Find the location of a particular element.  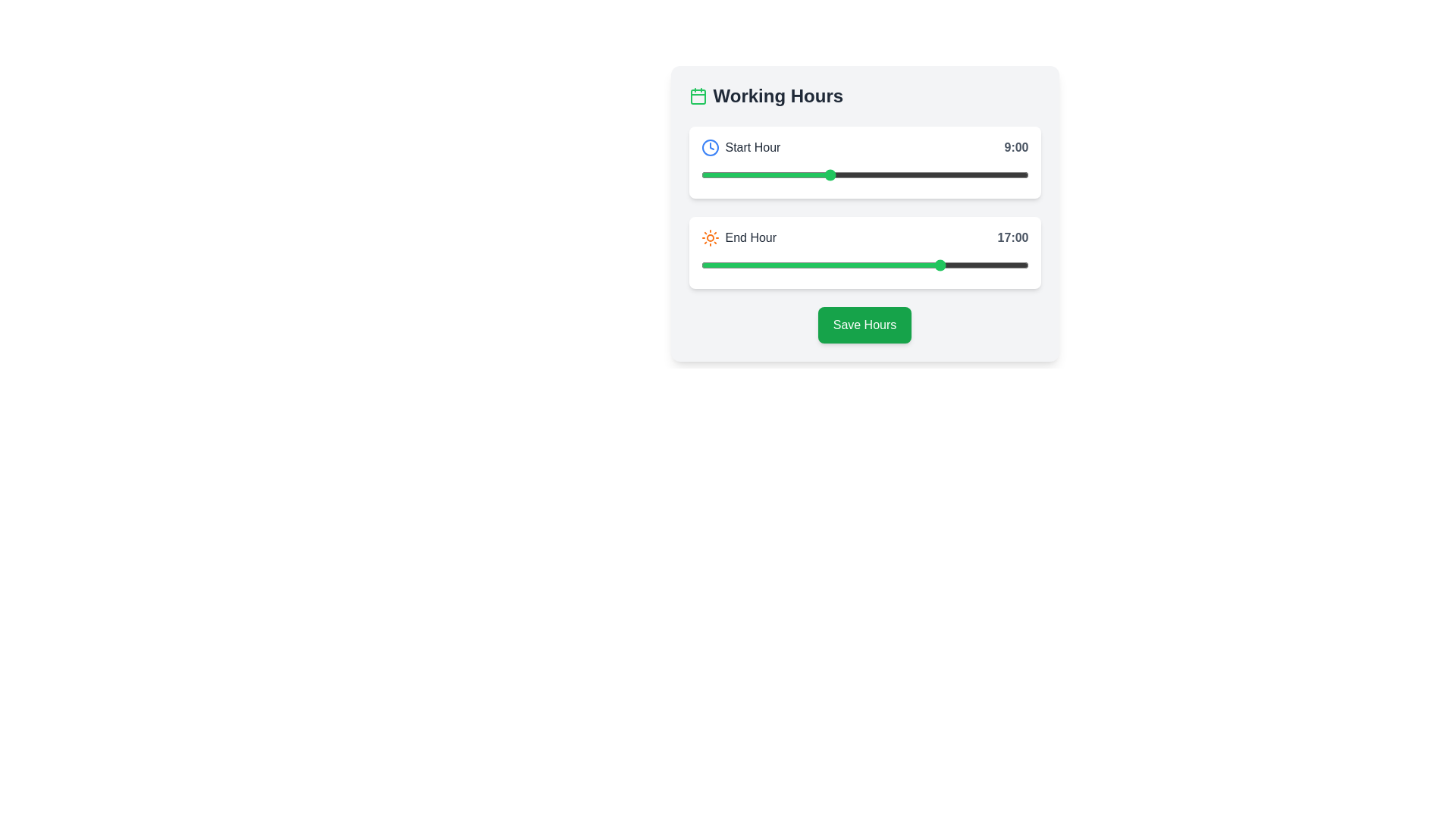

the Clock icon representing 'Start Hour' is located at coordinates (709, 148).